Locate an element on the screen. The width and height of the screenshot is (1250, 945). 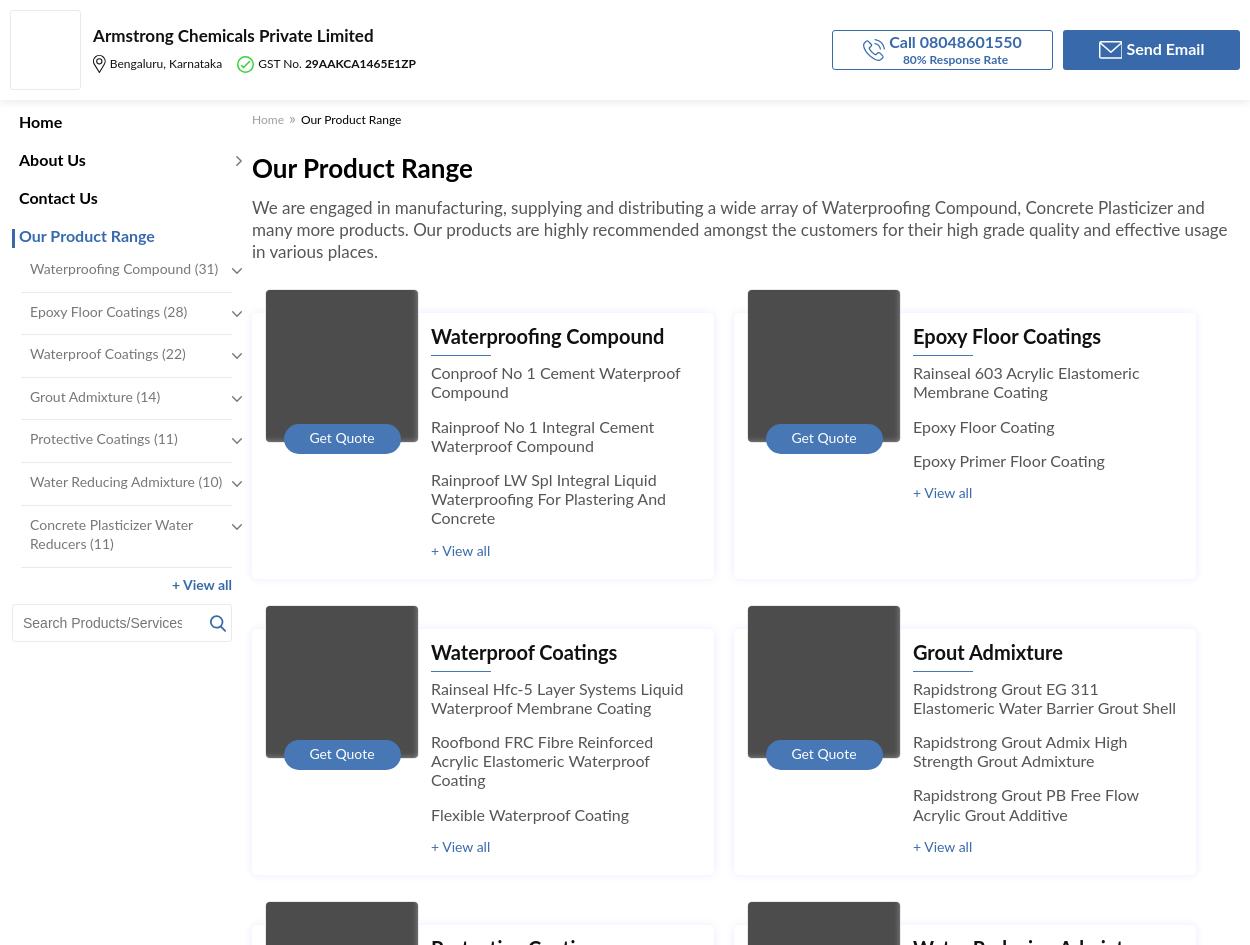
'Epoxy Primer Floor Coating' is located at coordinates (1008, 460).